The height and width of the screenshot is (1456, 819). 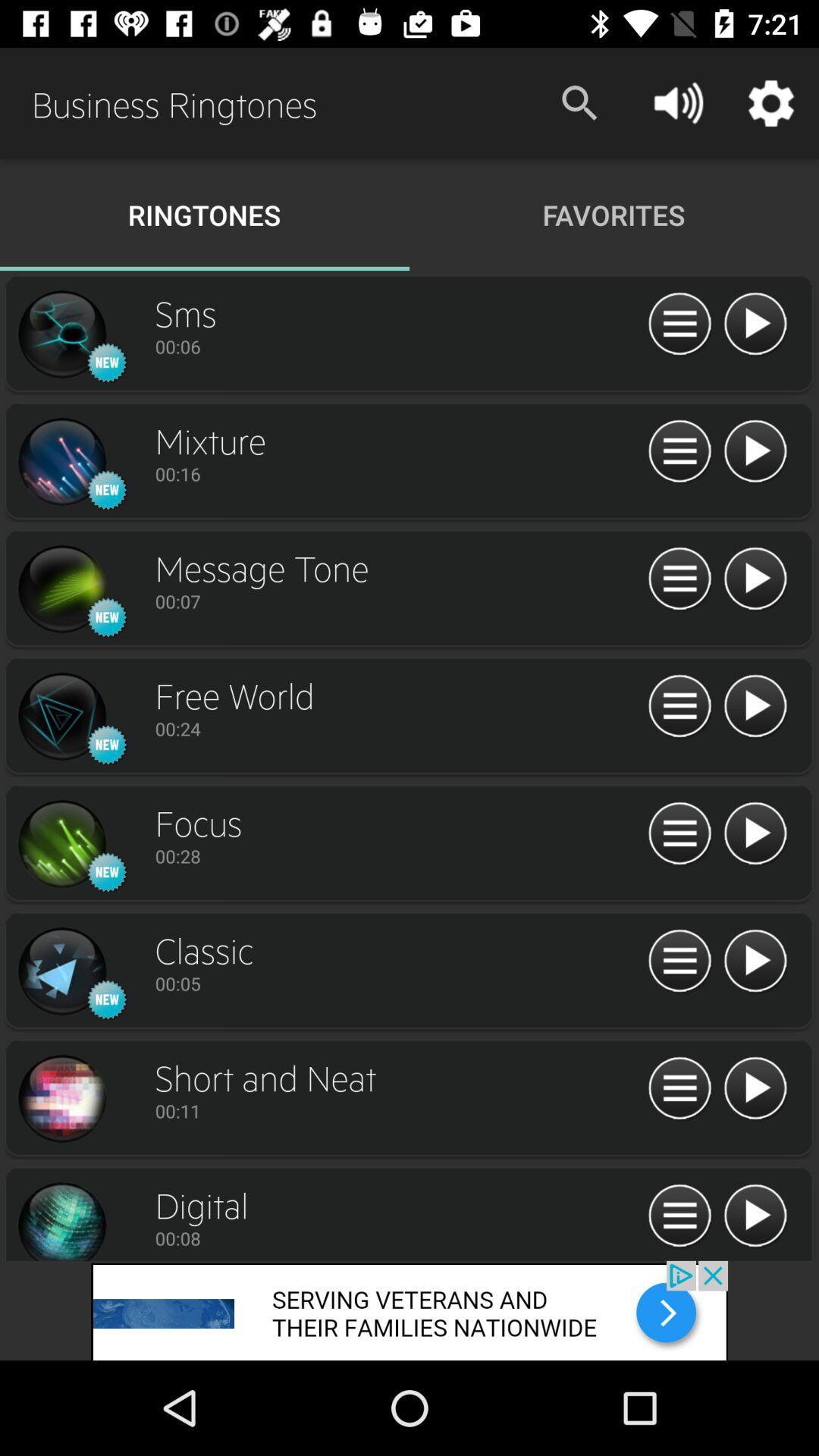 What do you see at coordinates (755, 451) in the screenshot?
I see `audio` at bounding box center [755, 451].